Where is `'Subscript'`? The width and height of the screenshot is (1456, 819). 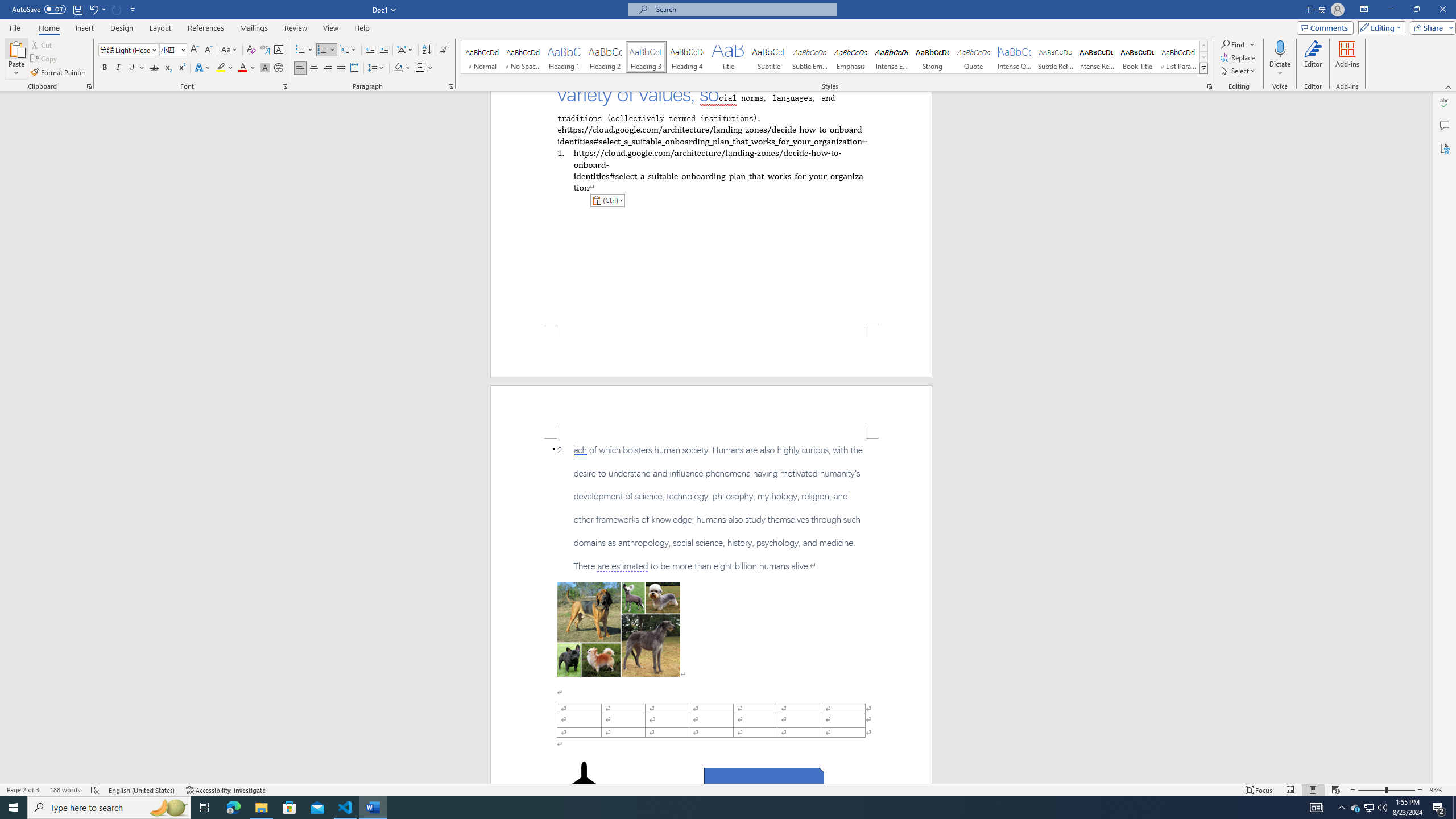
'Subscript' is located at coordinates (167, 67).